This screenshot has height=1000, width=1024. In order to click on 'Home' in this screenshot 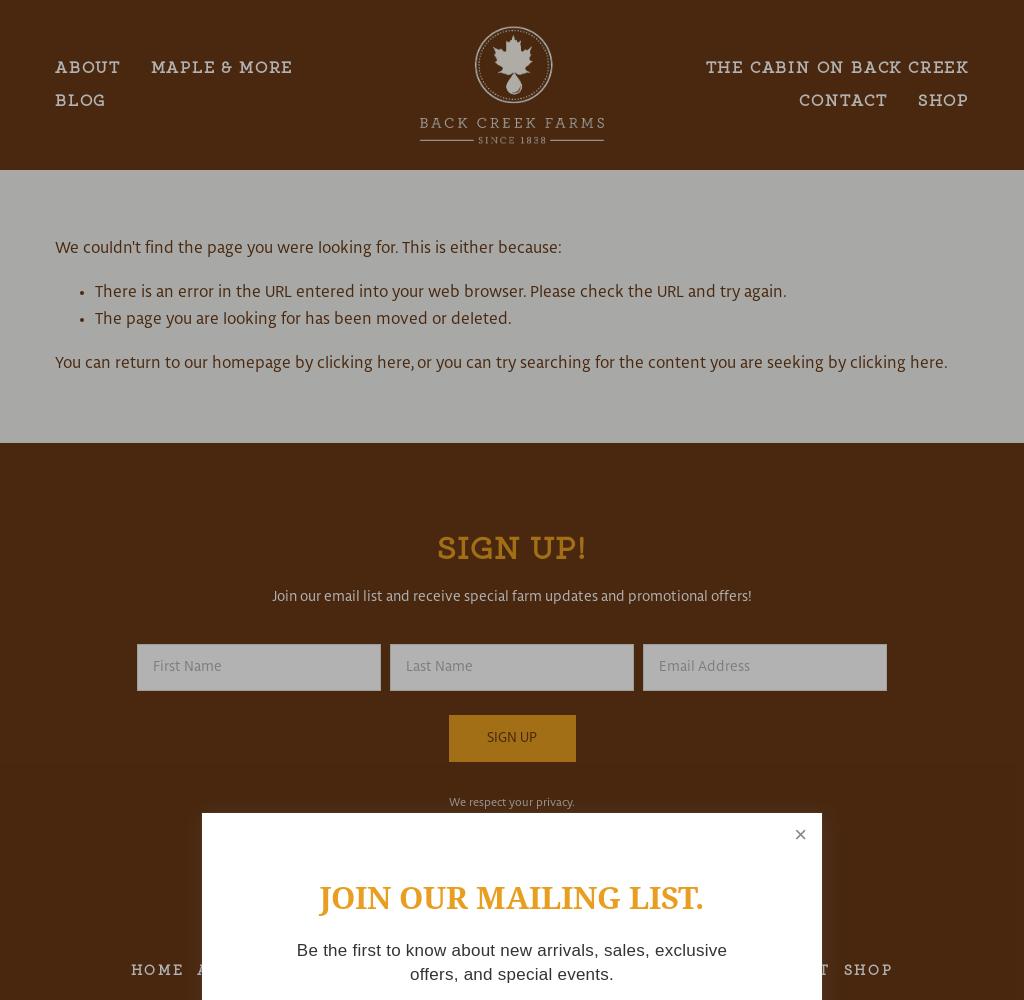, I will do `click(155, 968)`.